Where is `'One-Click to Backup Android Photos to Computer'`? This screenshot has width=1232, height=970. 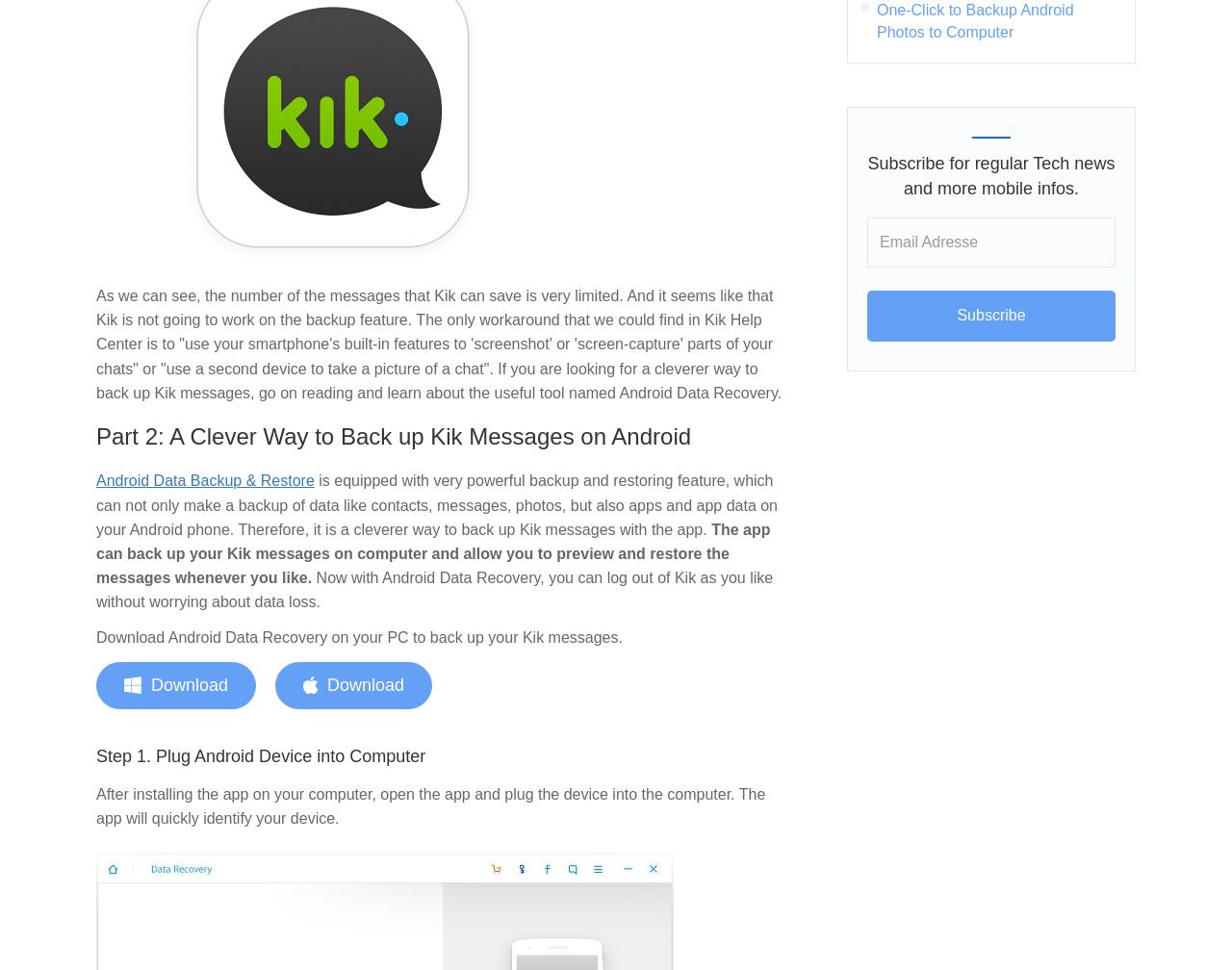 'One-Click to Backup Android Photos to Computer' is located at coordinates (974, 19).